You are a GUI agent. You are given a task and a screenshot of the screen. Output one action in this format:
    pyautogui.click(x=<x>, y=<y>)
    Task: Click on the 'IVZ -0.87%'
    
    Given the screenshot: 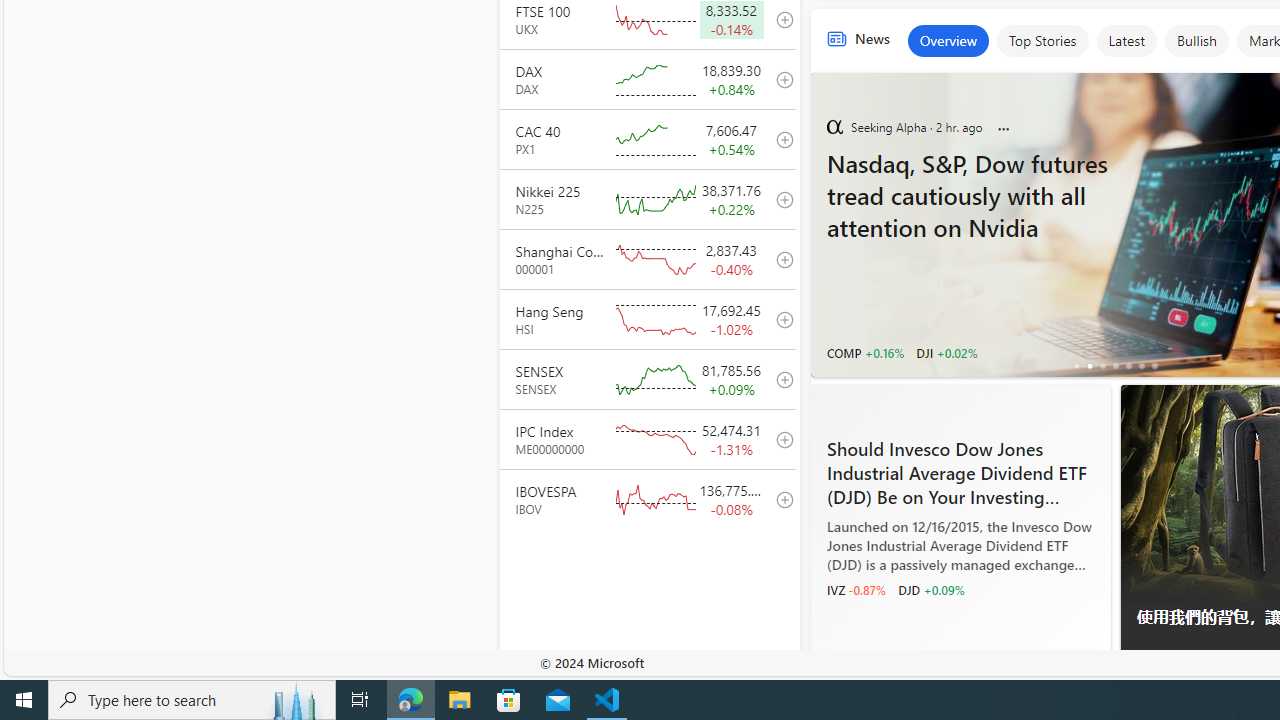 What is the action you would take?
    pyautogui.click(x=855, y=589)
    